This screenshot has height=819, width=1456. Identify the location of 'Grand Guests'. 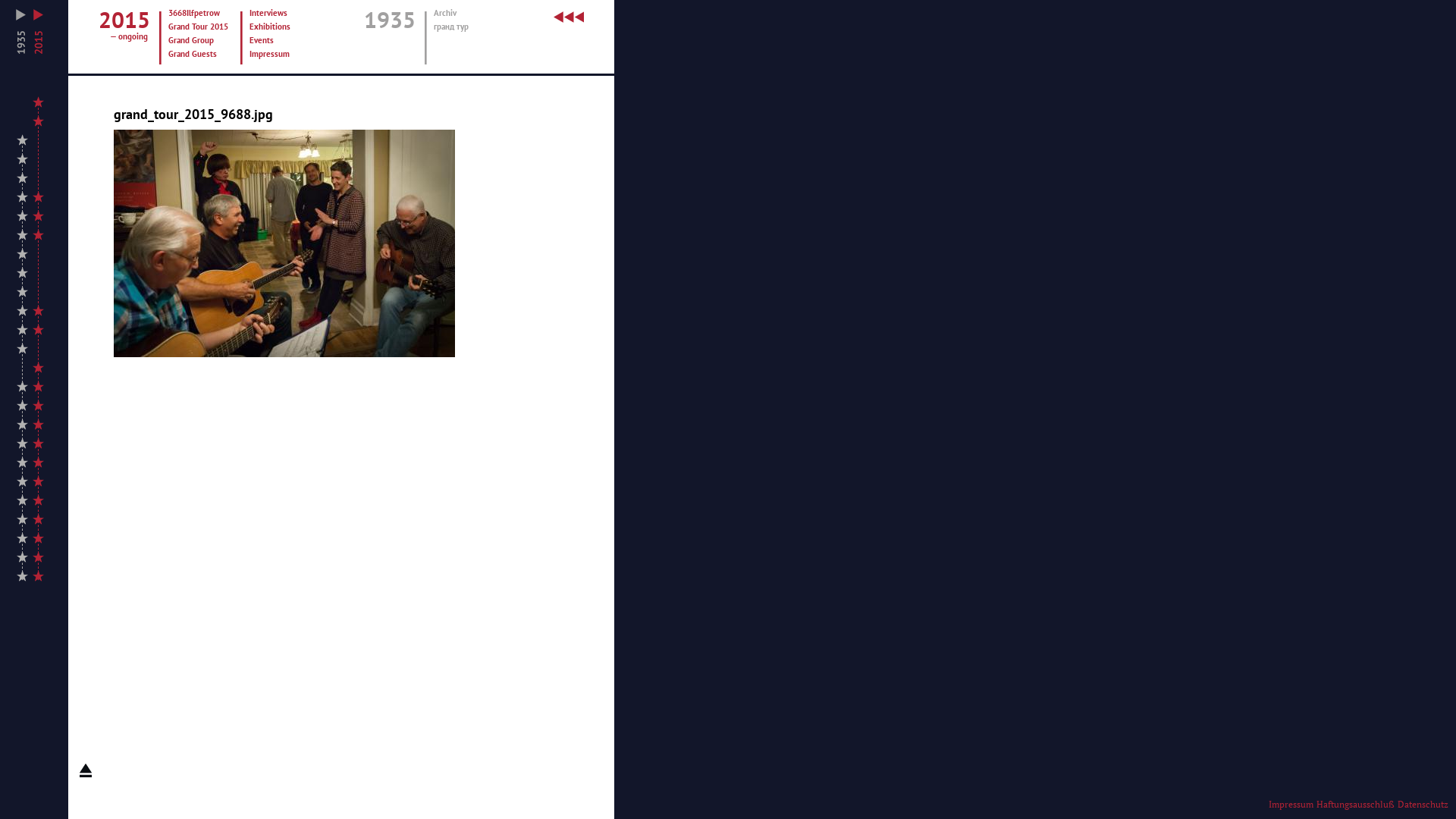
(199, 54).